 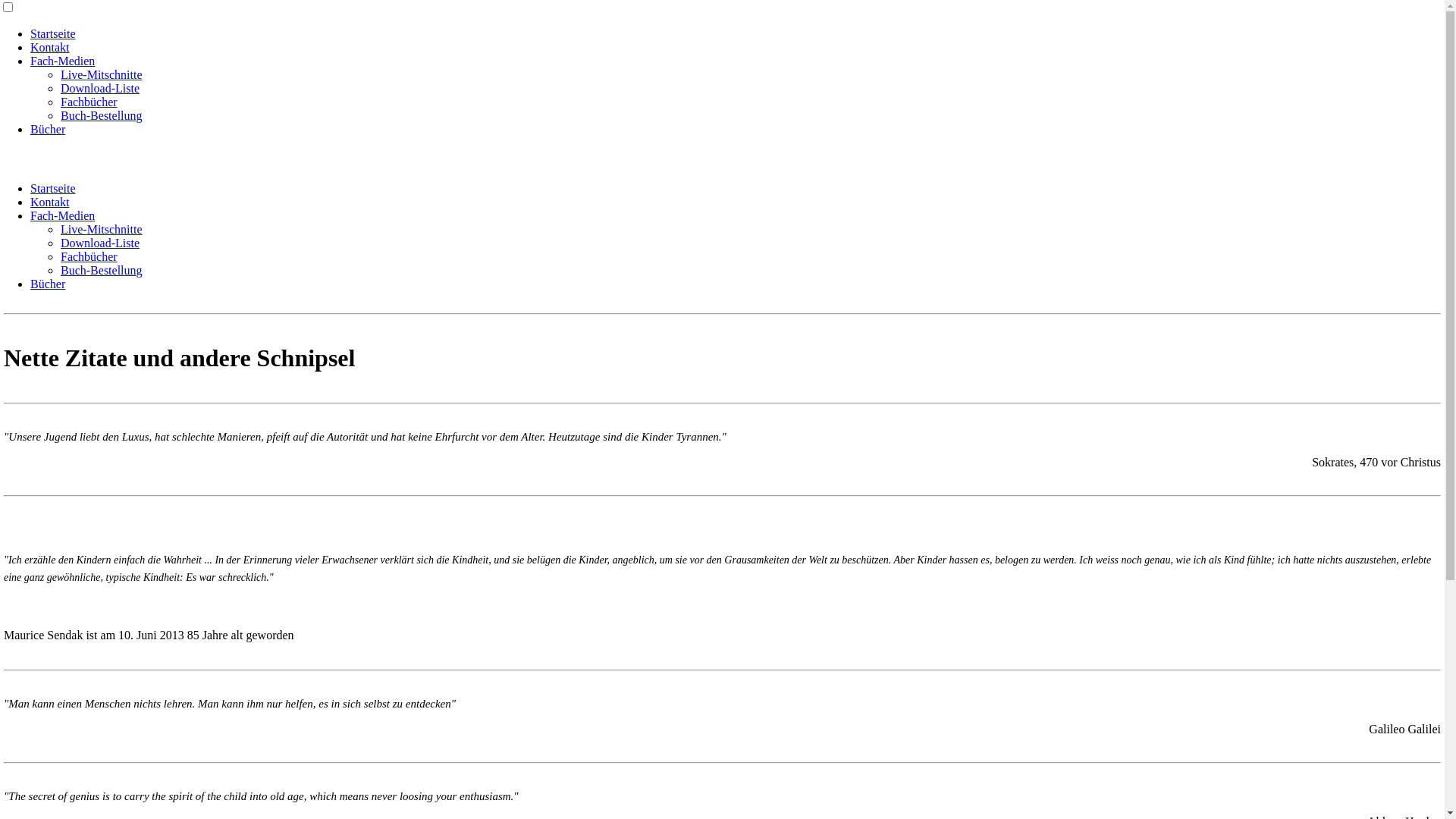 What do you see at coordinates (50, 46) in the screenshot?
I see `'Kontakt'` at bounding box center [50, 46].